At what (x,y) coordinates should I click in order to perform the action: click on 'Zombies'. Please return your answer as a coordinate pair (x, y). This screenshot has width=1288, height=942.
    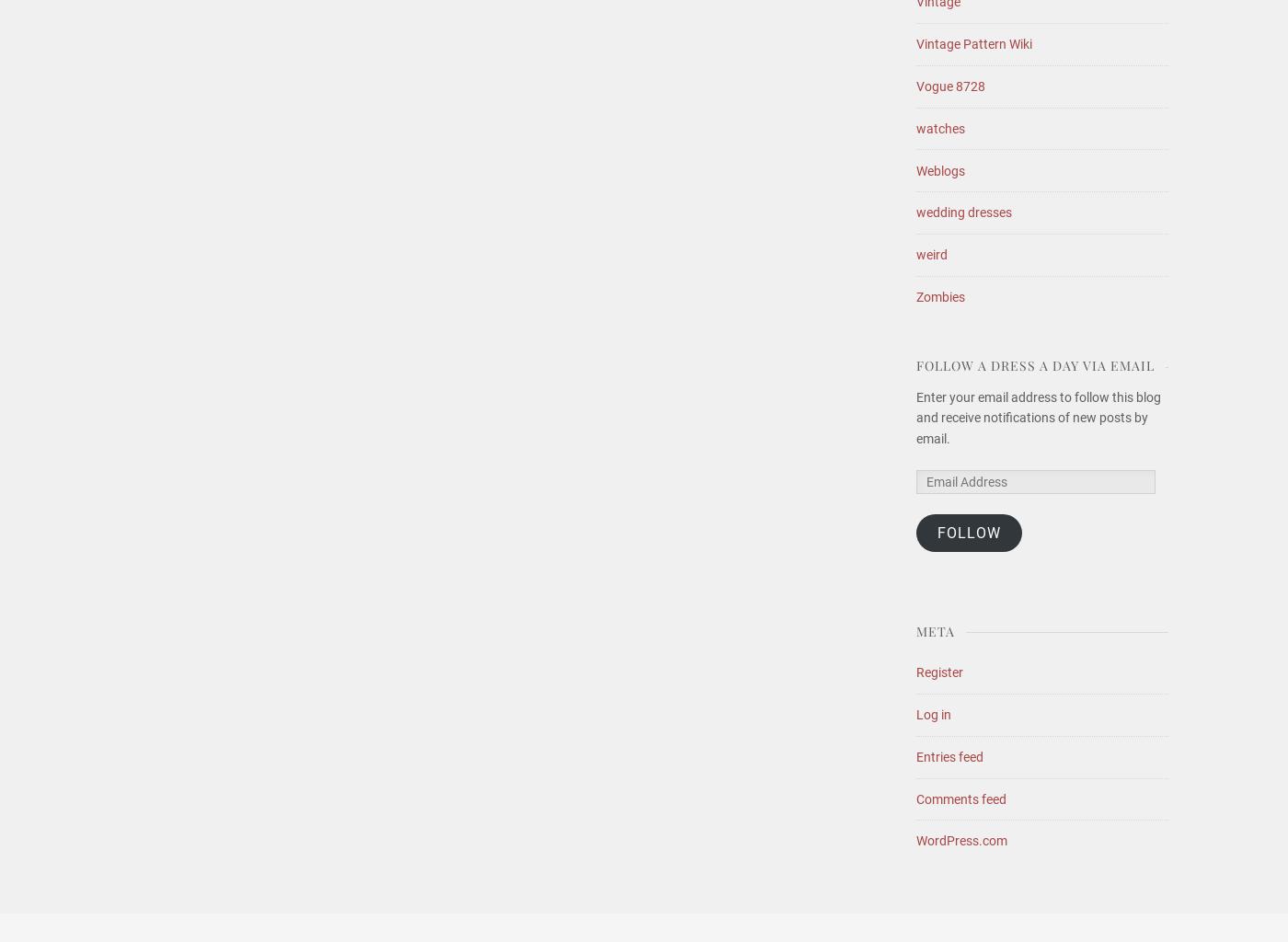
    Looking at the image, I should click on (940, 295).